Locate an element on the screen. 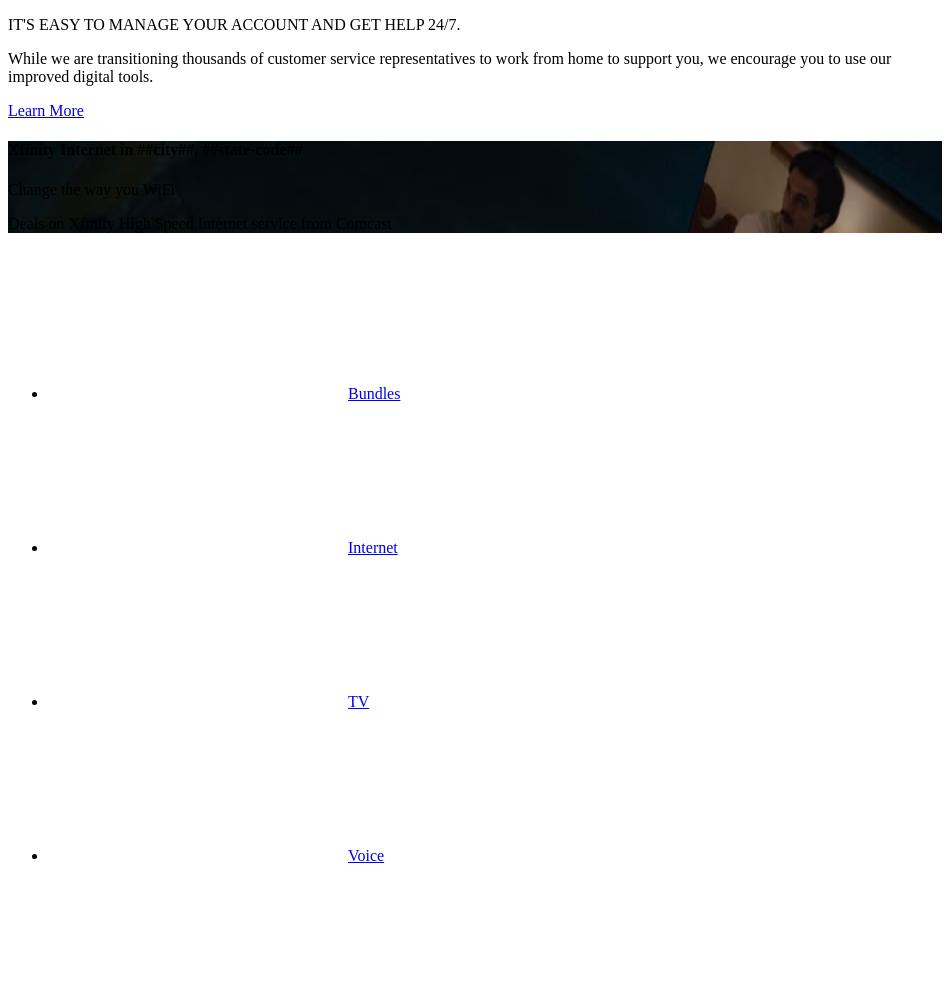 The width and height of the screenshot is (950, 995). 'Internet' is located at coordinates (371, 546).